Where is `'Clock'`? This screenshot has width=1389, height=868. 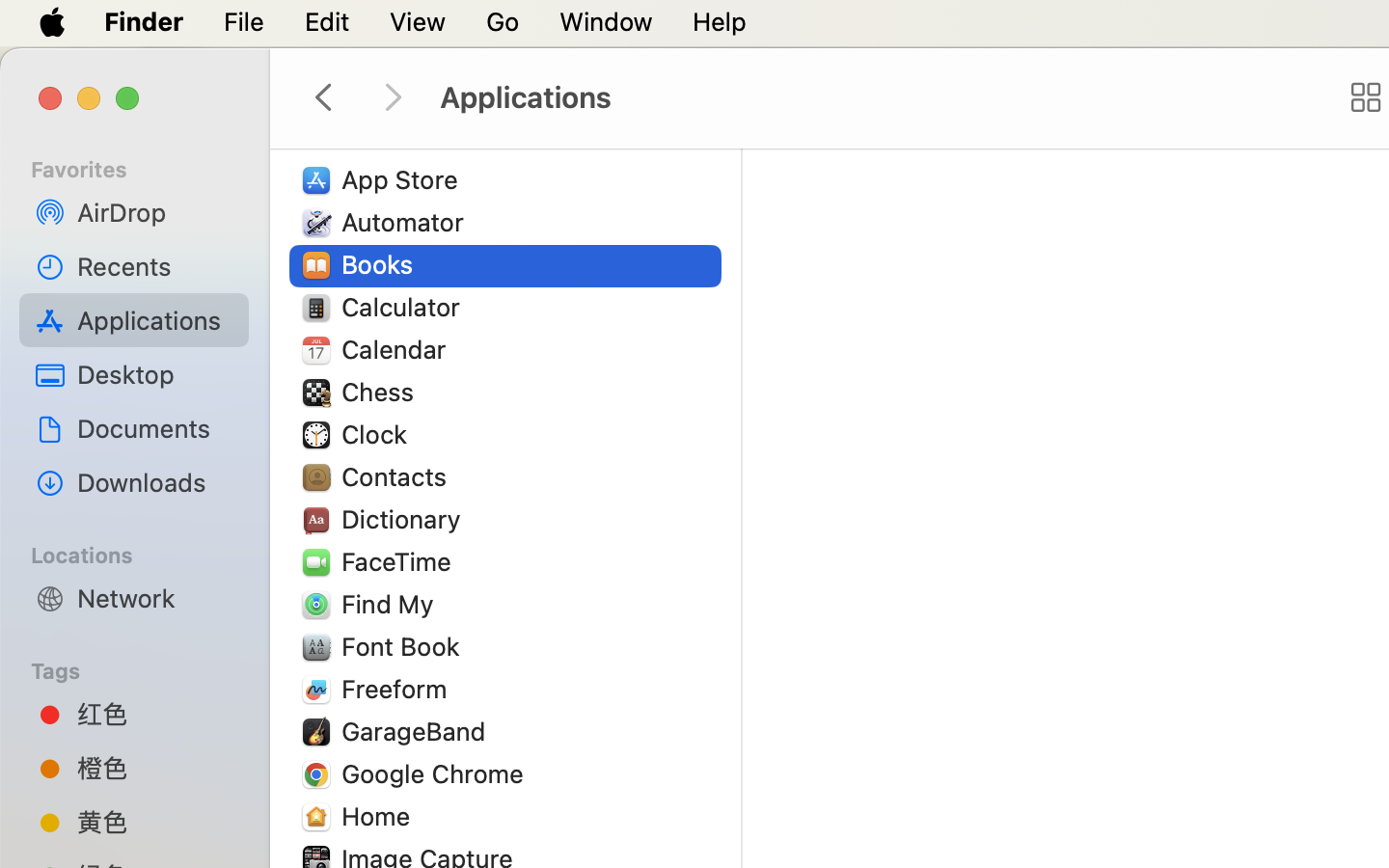
'Clock' is located at coordinates (377, 434).